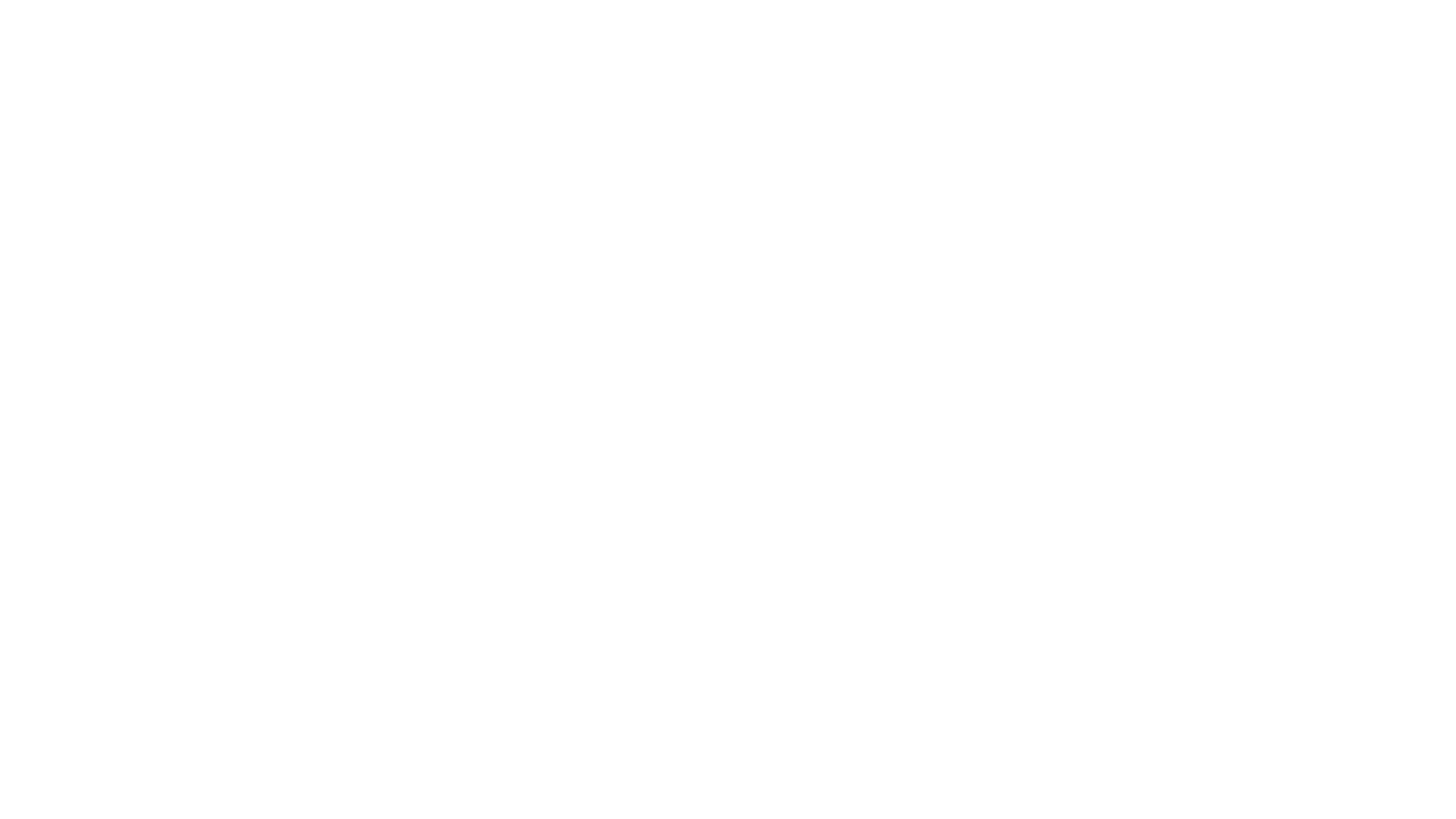 Image resolution: width=1456 pixels, height=819 pixels. I want to click on Equity / CapTable Management, so click(728, 325).